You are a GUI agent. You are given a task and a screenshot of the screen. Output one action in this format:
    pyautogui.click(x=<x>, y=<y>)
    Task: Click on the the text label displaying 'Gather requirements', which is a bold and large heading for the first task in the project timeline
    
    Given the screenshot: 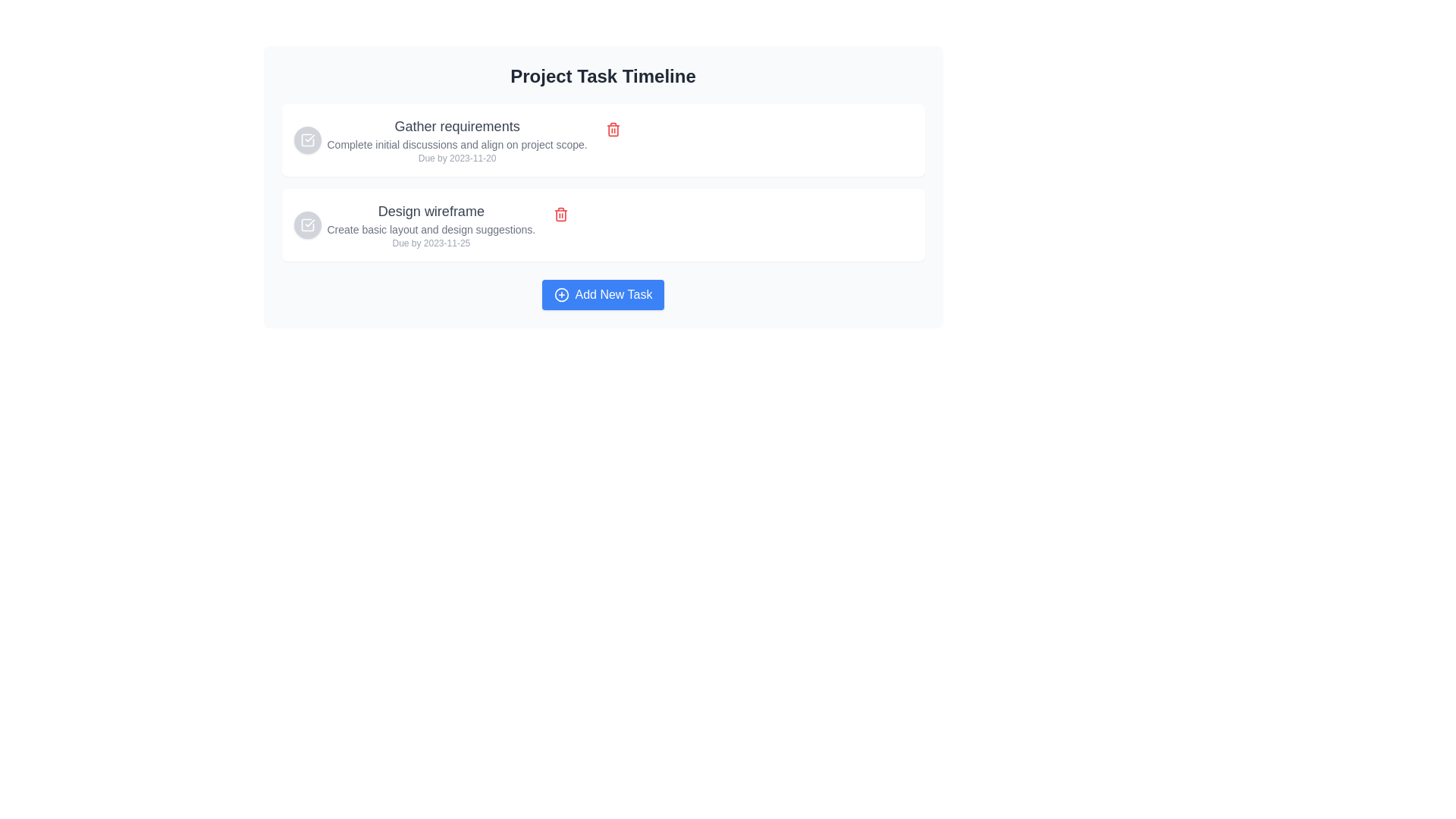 What is the action you would take?
    pyautogui.click(x=457, y=125)
    